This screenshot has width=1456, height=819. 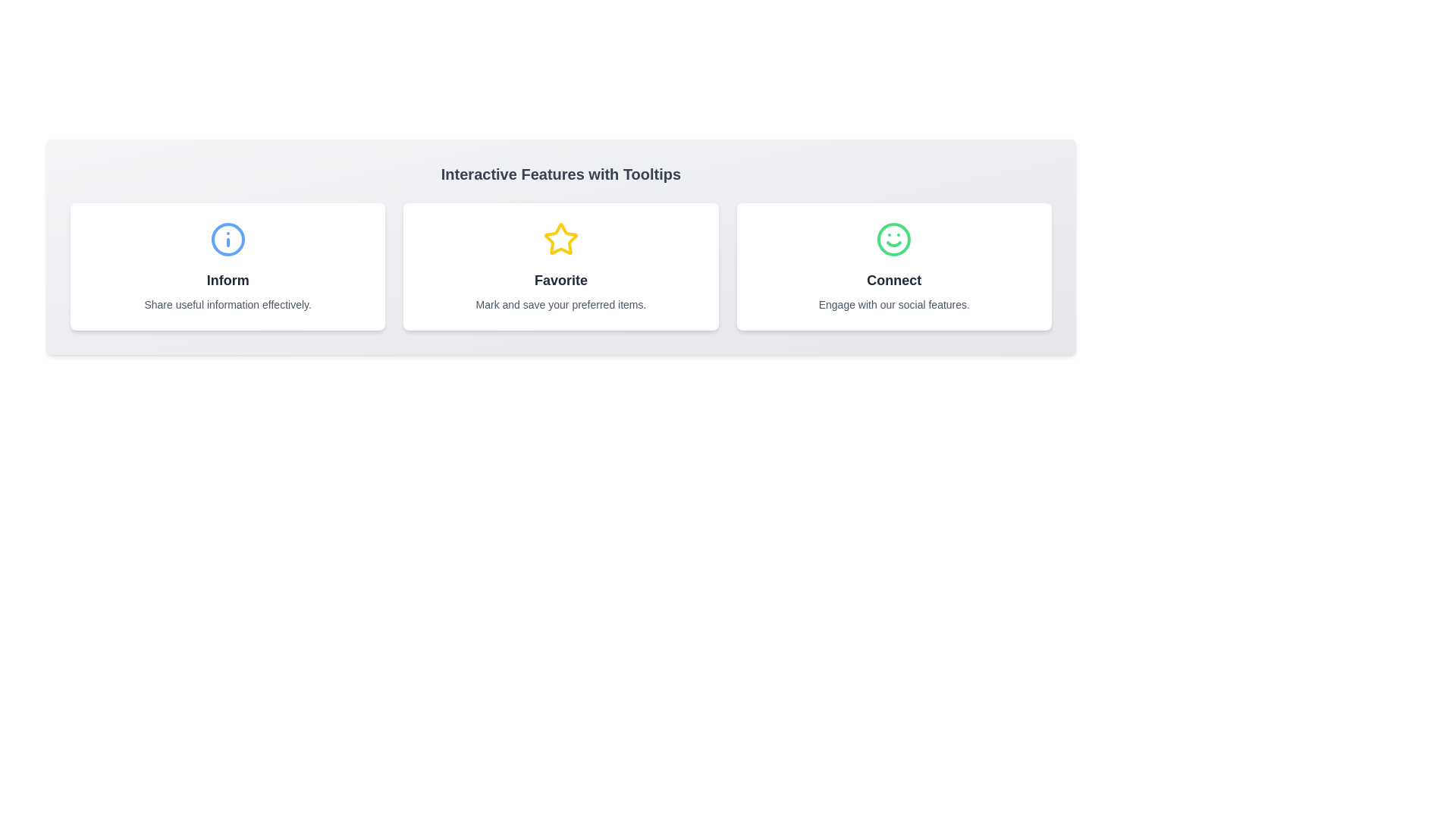 I want to click on the Graphical Icon within the 'Inform' section, located in the blue circle at the top of the card, so click(x=227, y=239).